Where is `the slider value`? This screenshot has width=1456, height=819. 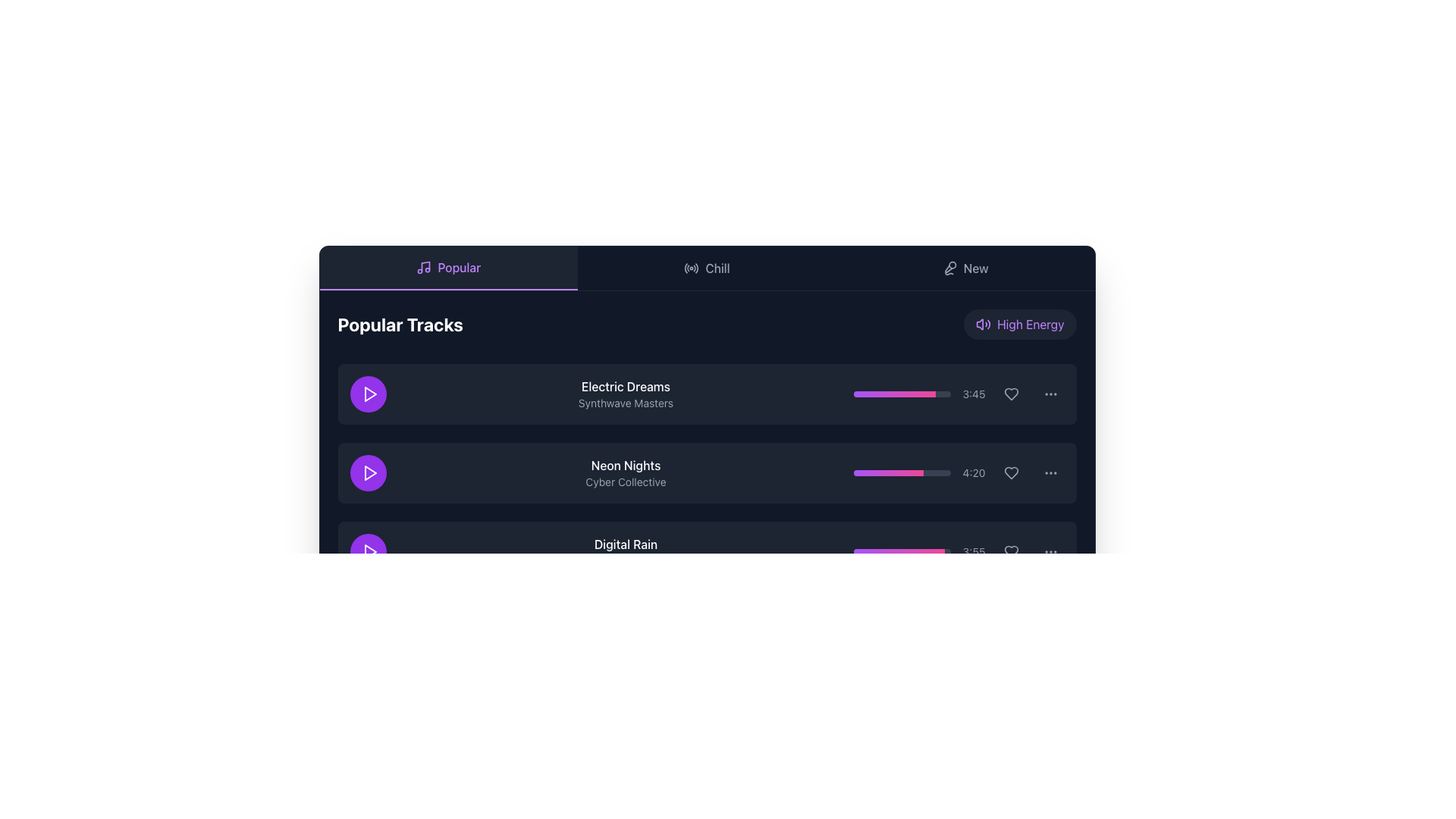 the slider value is located at coordinates (876, 552).